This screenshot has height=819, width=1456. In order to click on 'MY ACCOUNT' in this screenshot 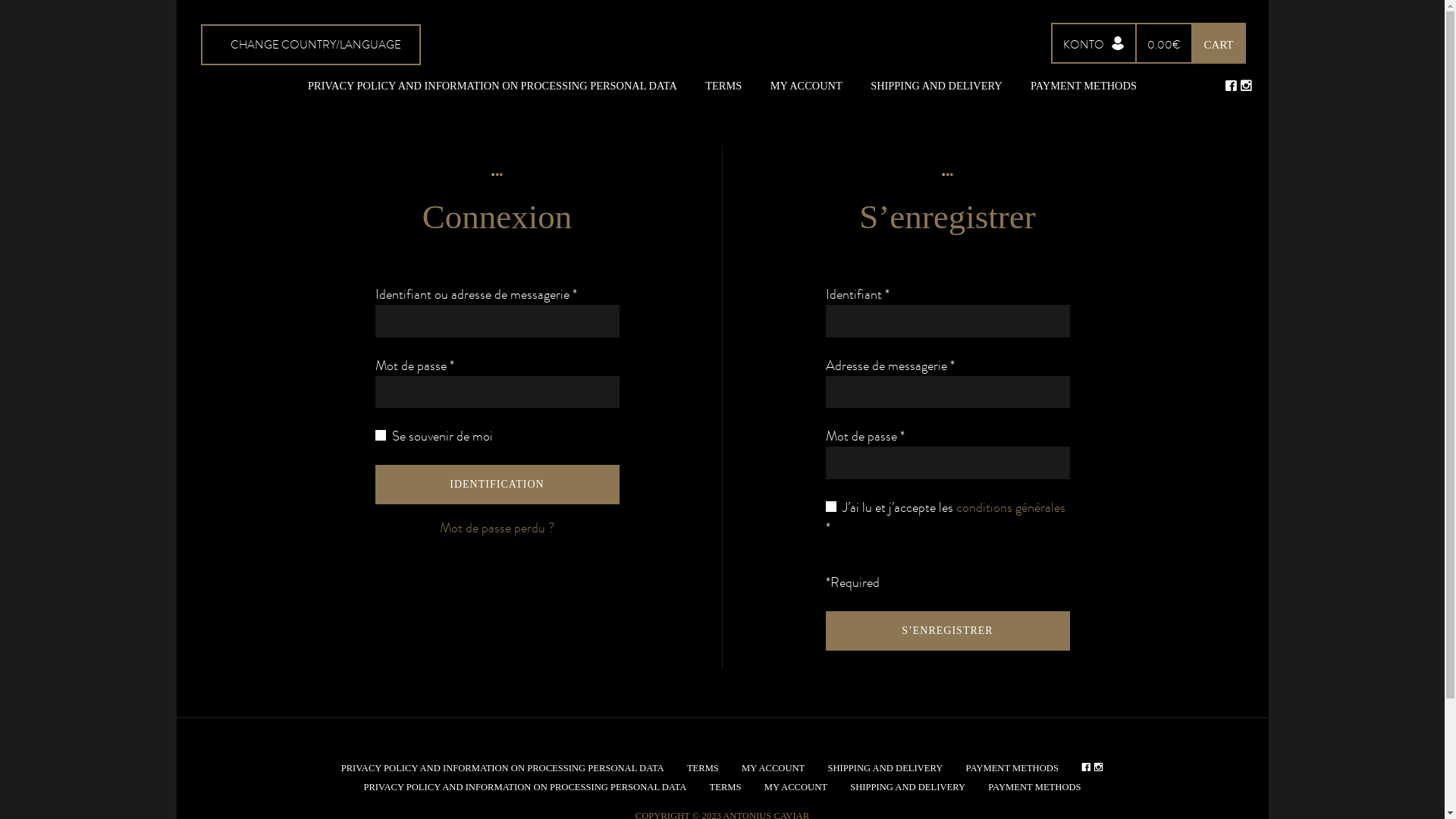, I will do `click(795, 786)`.